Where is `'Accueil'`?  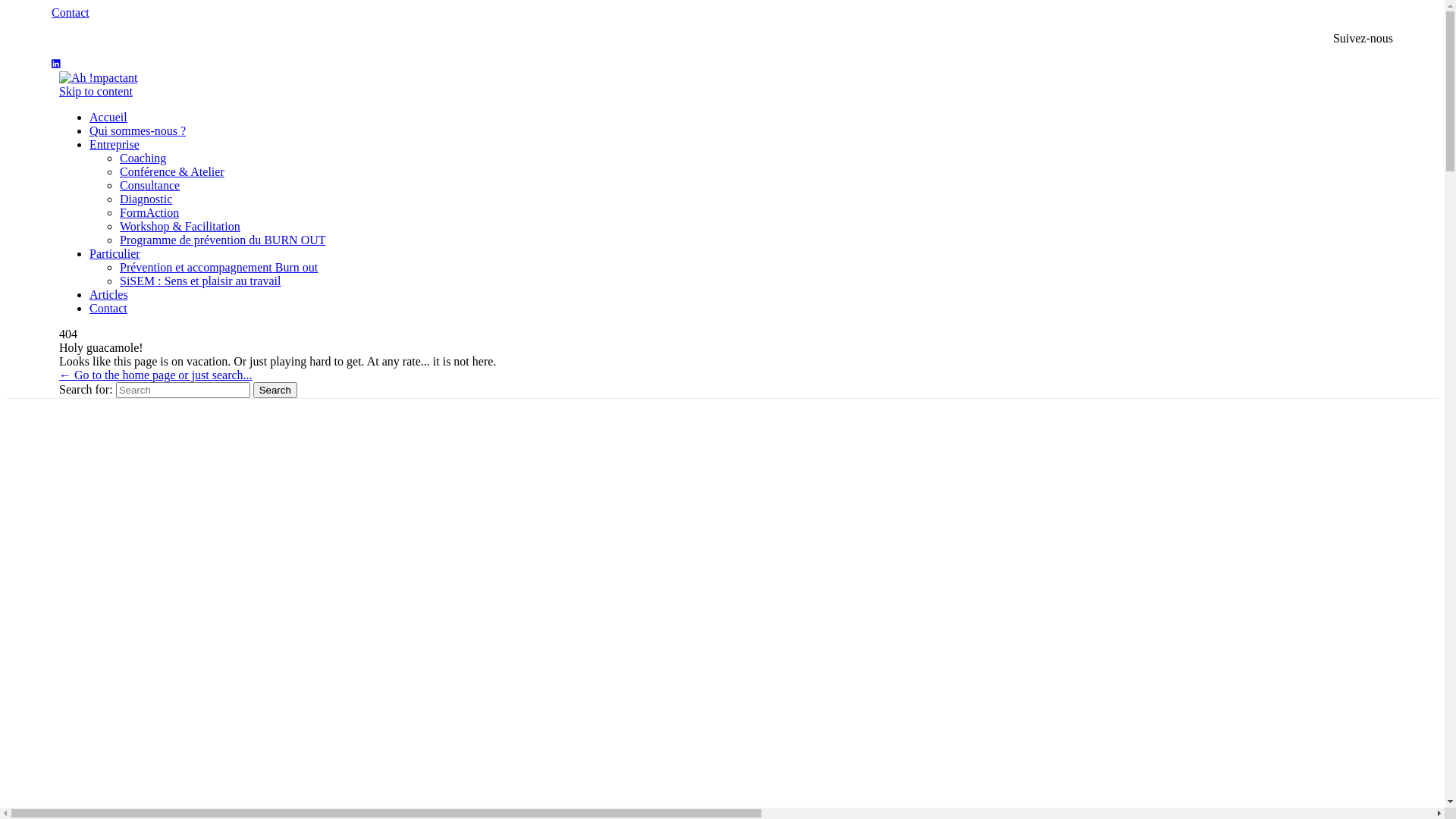 'Accueil' is located at coordinates (108, 116).